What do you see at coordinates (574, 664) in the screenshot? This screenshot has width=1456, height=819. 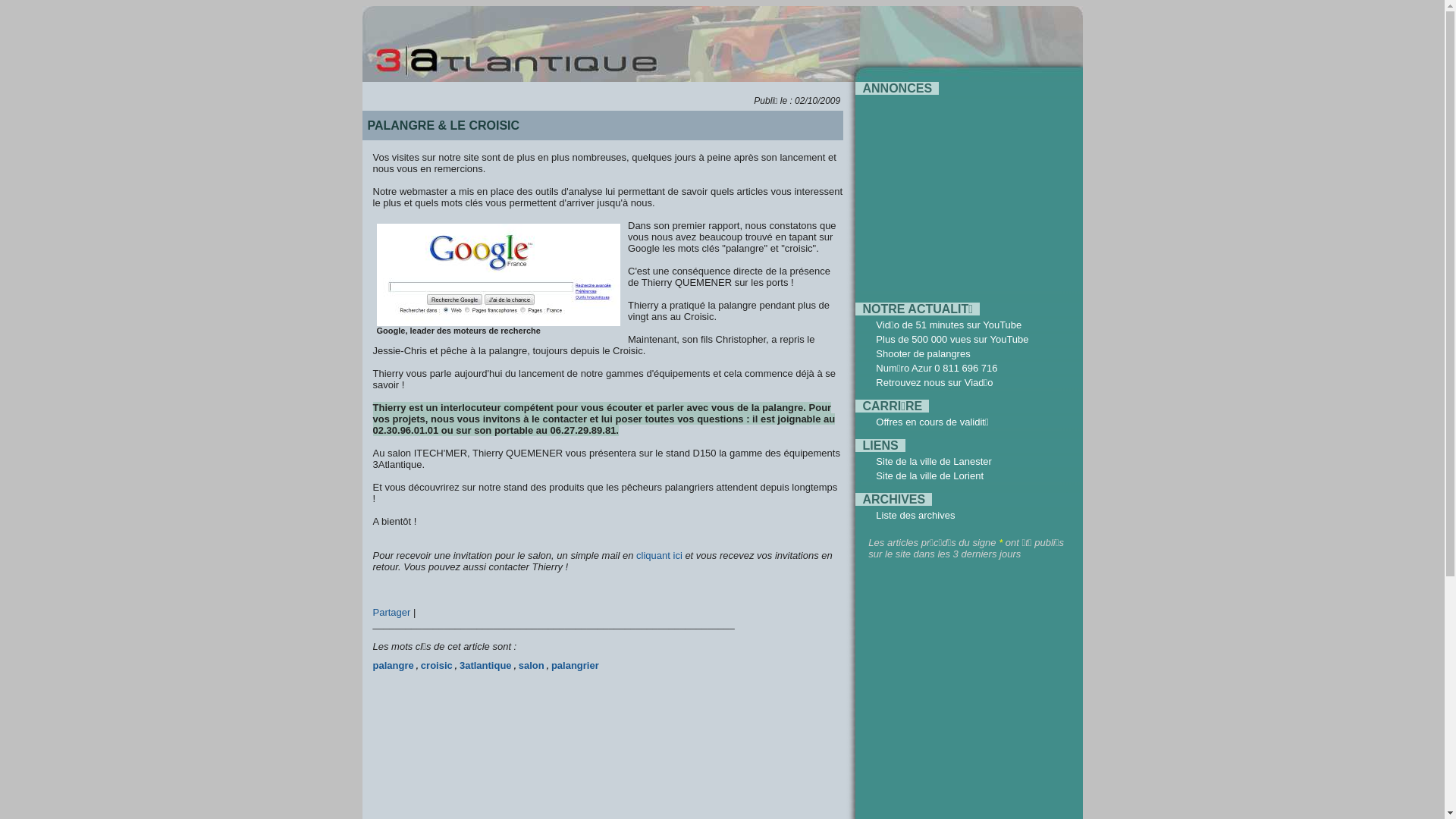 I see `'palangrier'` at bounding box center [574, 664].